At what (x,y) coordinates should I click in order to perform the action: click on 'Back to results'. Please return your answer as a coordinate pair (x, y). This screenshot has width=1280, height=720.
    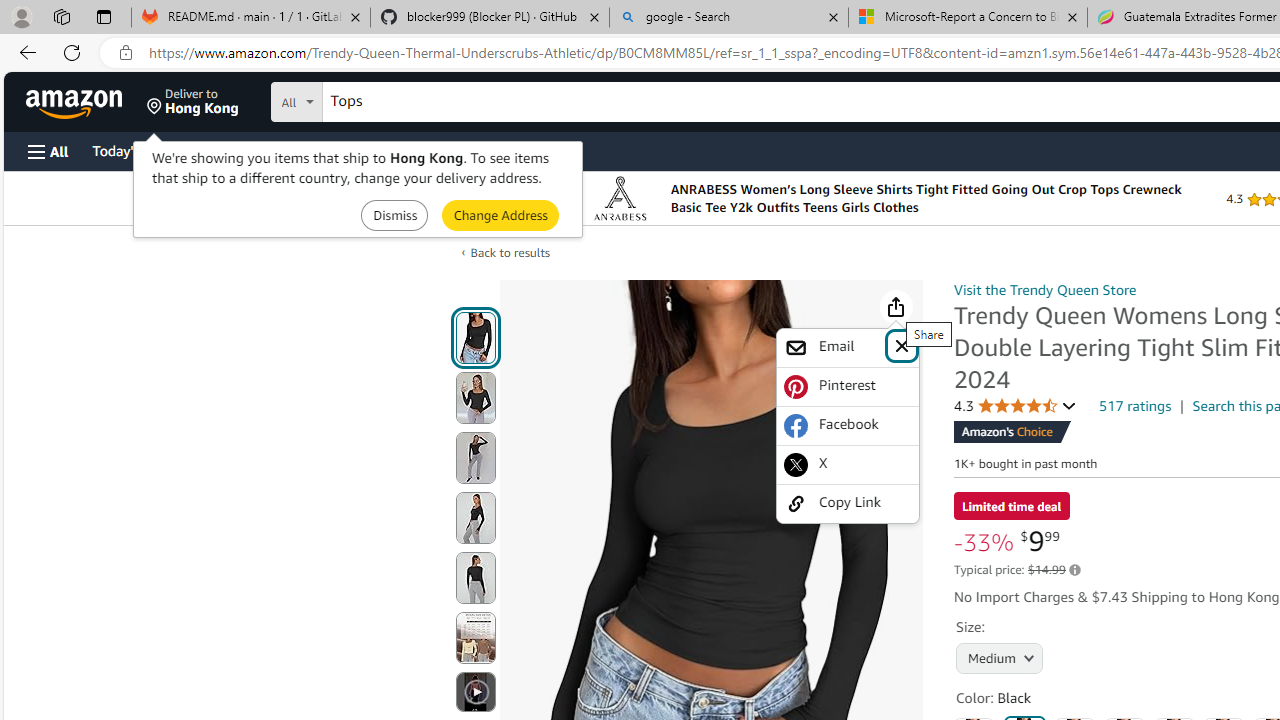
    Looking at the image, I should click on (510, 252).